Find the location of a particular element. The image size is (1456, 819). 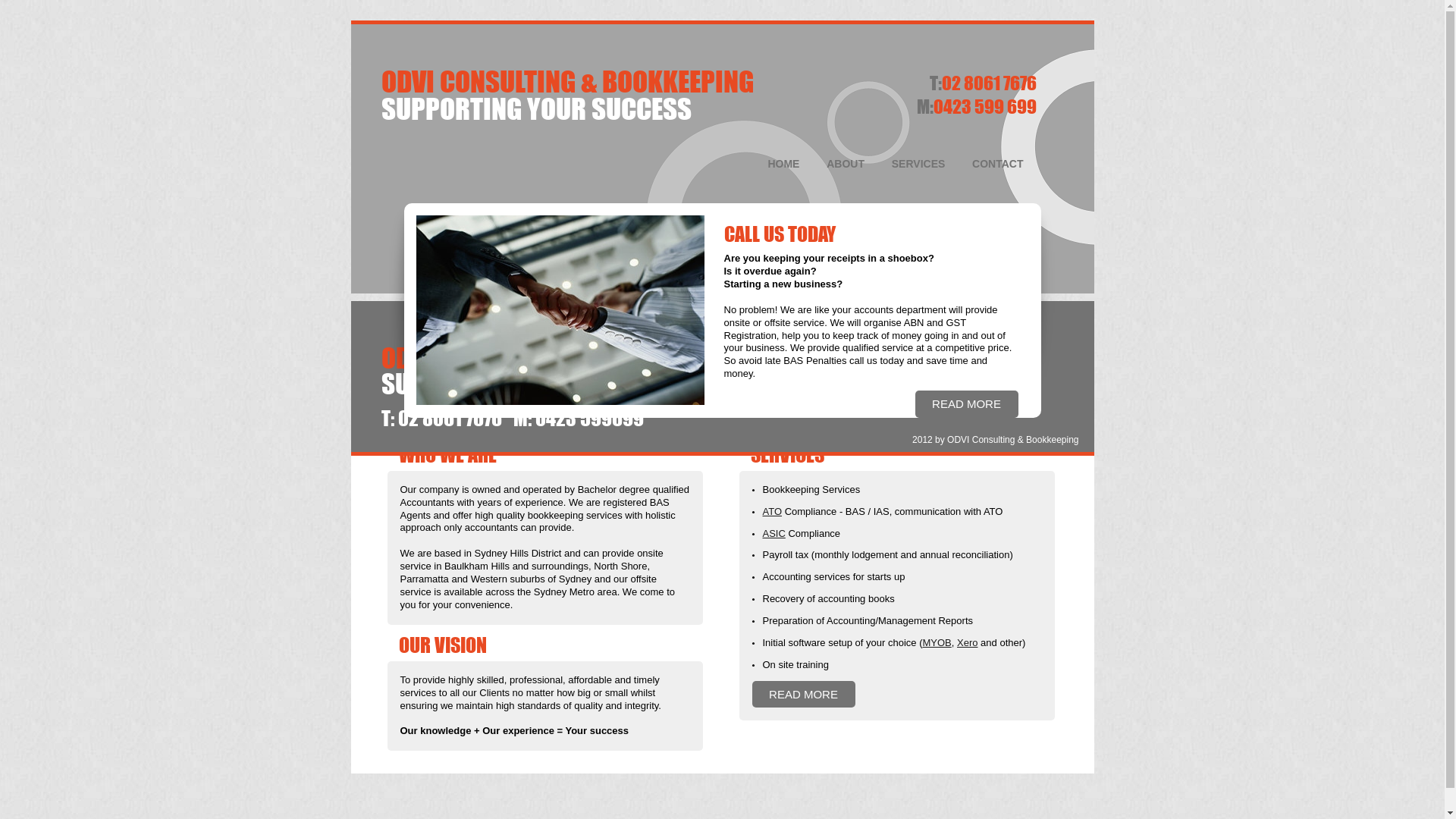

'MYOB' is located at coordinates (935, 642).